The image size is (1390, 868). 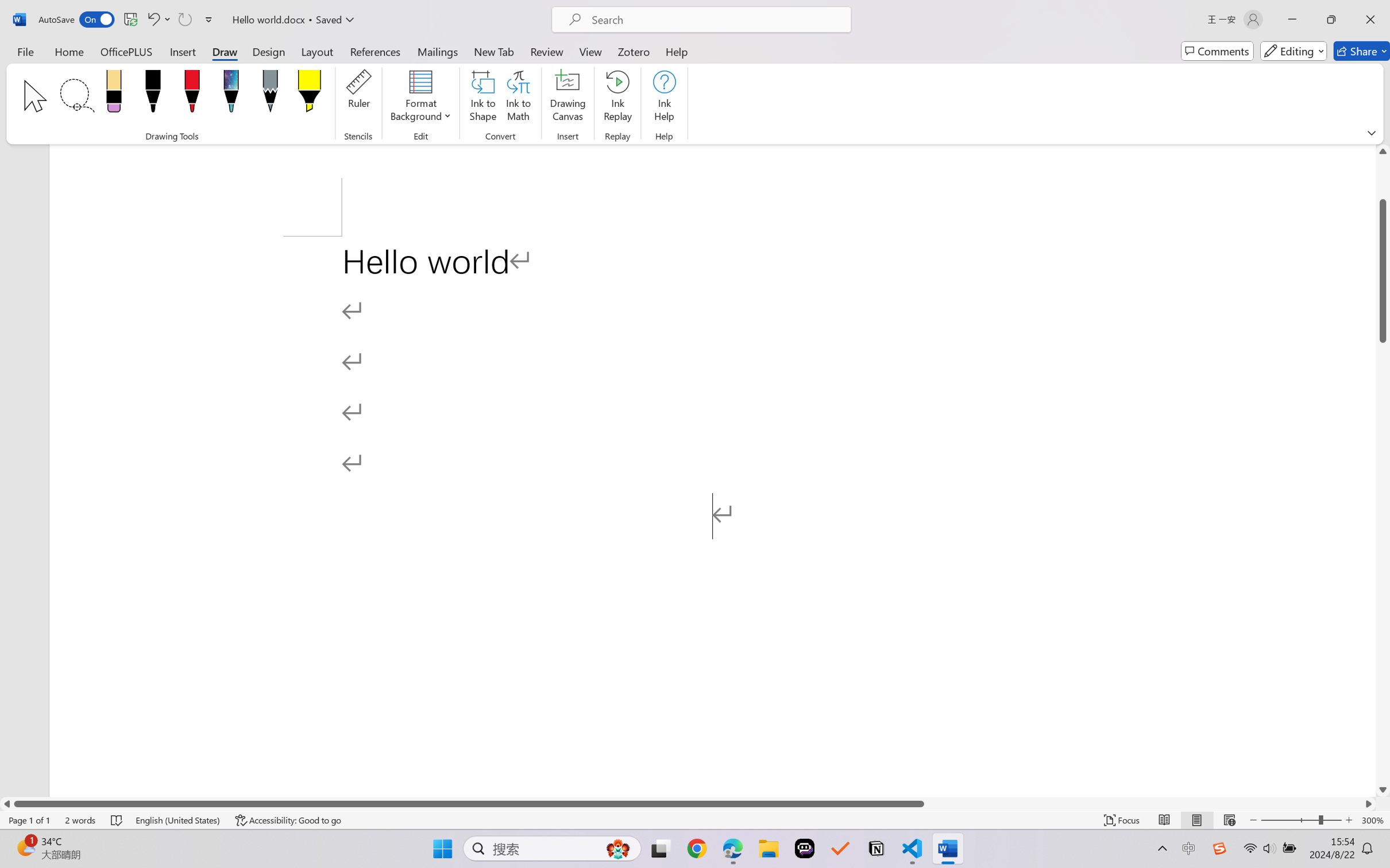 What do you see at coordinates (268, 51) in the screenshot?
I see `'Design'` at bounding box center [268, 51].